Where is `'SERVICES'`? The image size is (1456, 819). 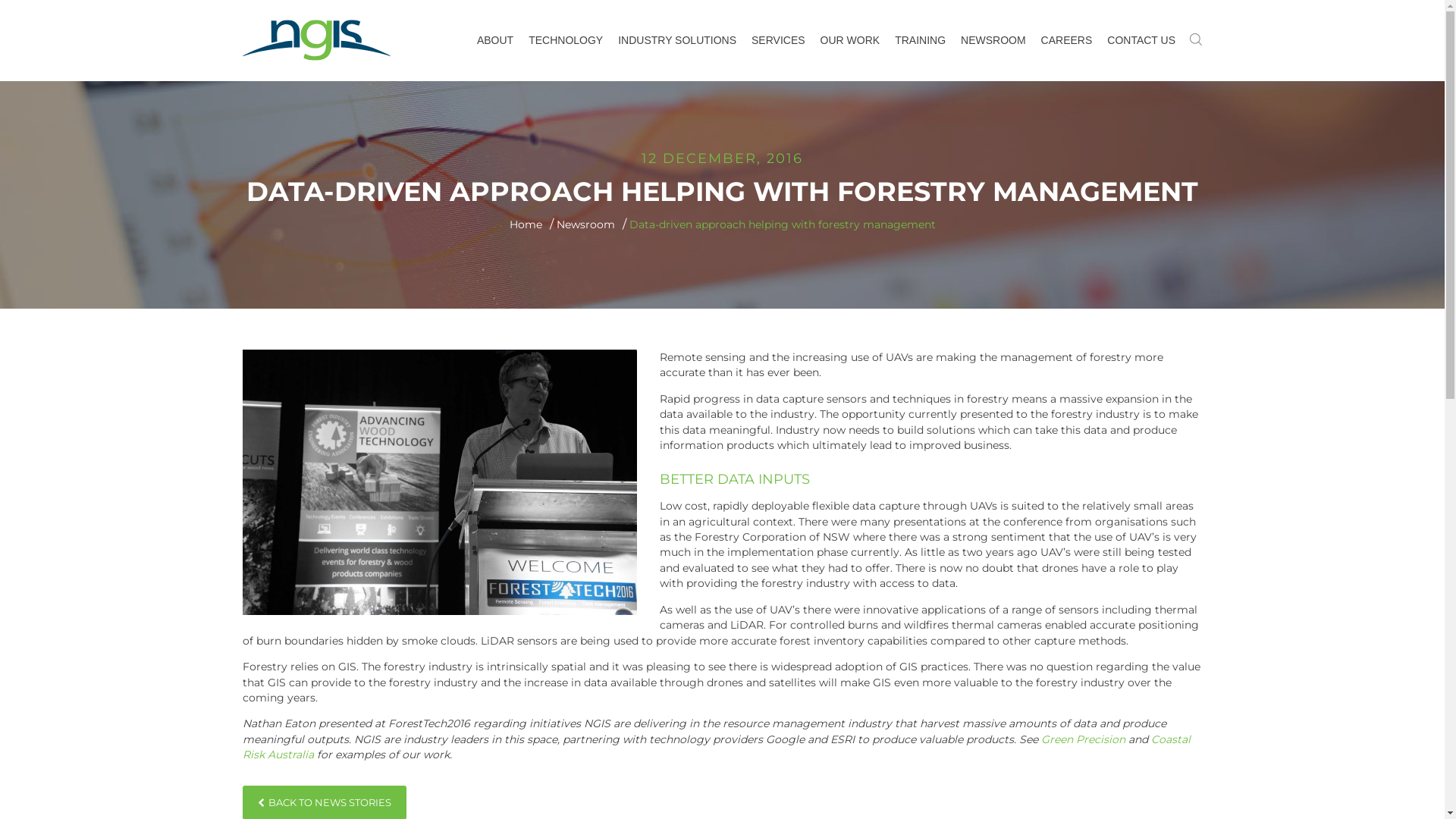
'SERVICES' is located at coordinates (778, 39).